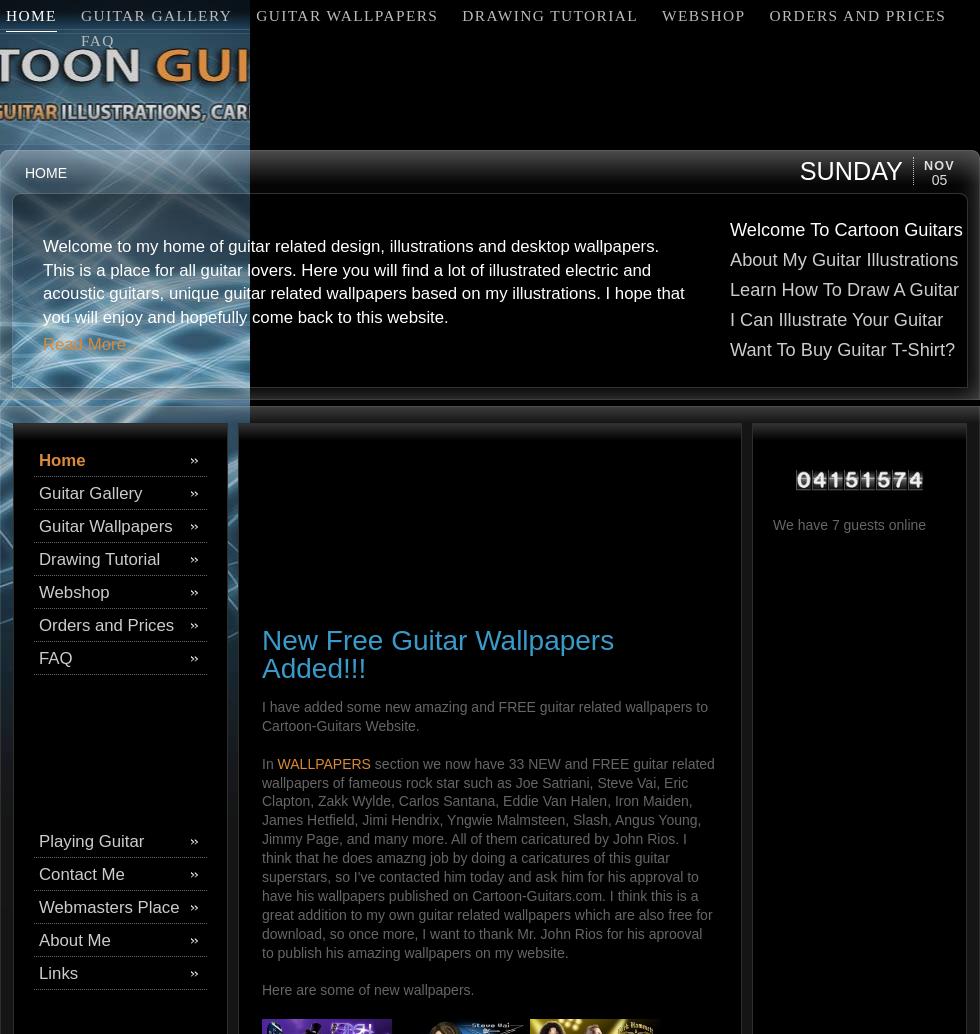 This screenshot has width=980, height=1034. I want to click on 'Playing Guitar', so click(91, 840).